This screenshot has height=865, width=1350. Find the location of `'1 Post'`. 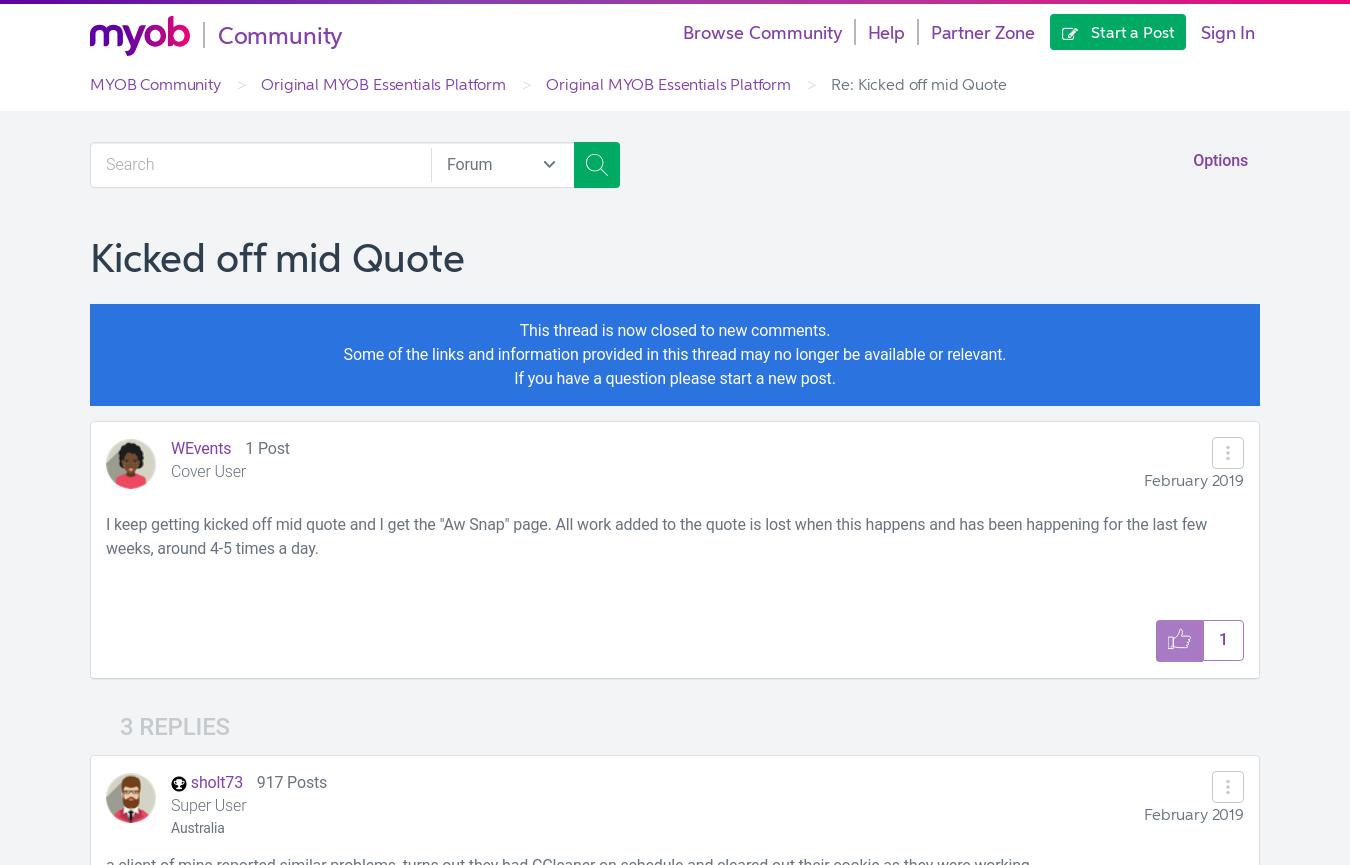

'1 Post' is located at coordinates (244, 447).